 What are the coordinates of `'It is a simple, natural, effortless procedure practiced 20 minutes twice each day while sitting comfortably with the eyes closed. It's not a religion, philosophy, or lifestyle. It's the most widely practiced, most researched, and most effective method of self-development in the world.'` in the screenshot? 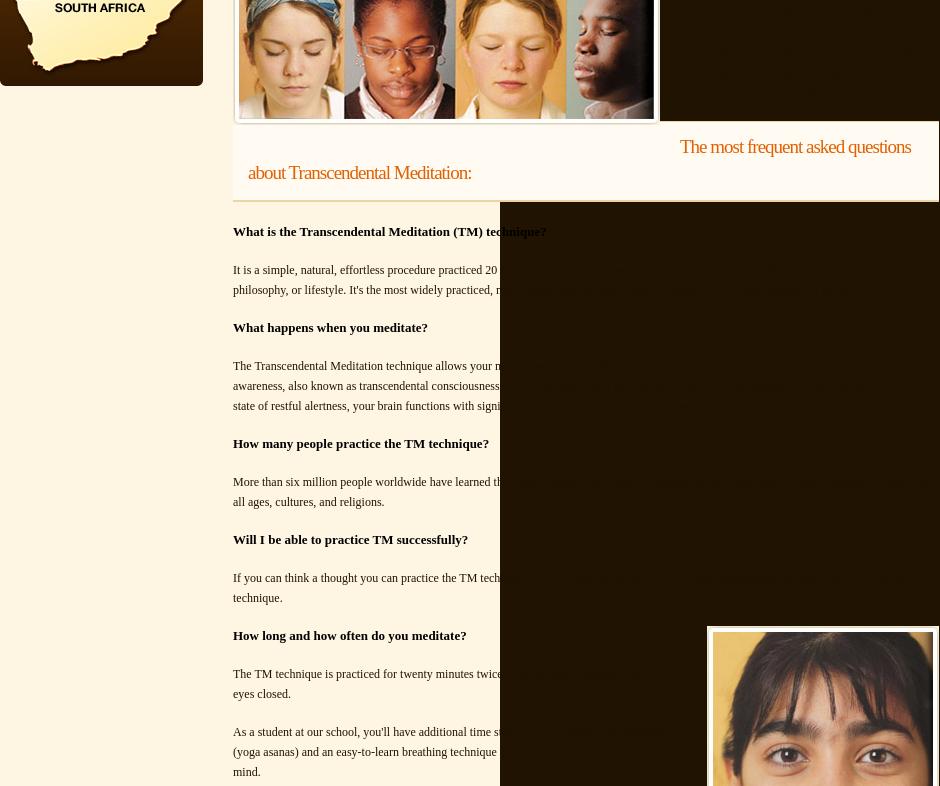 It's located at (579, 279).